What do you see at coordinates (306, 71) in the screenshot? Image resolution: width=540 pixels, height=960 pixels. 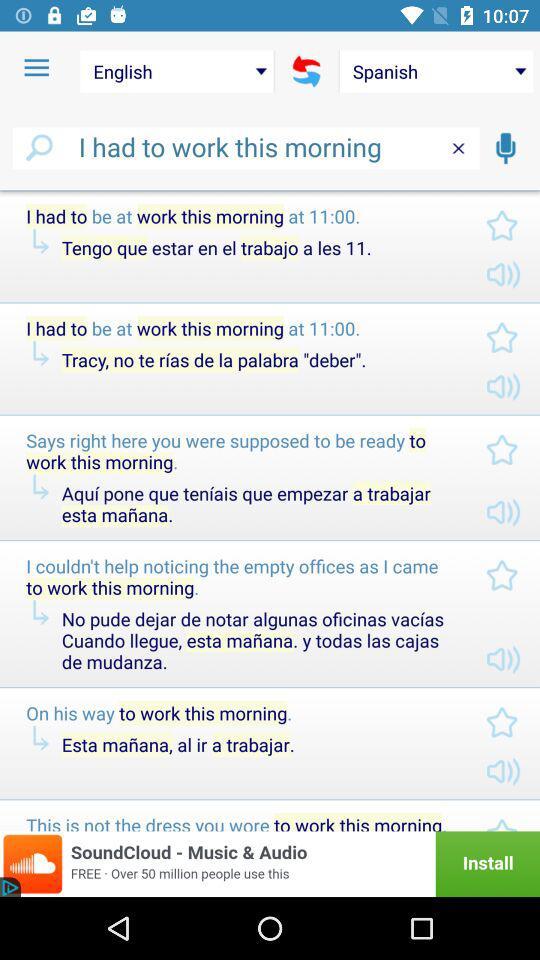 I see `icon above i had to` at bounding box center [306, 71].